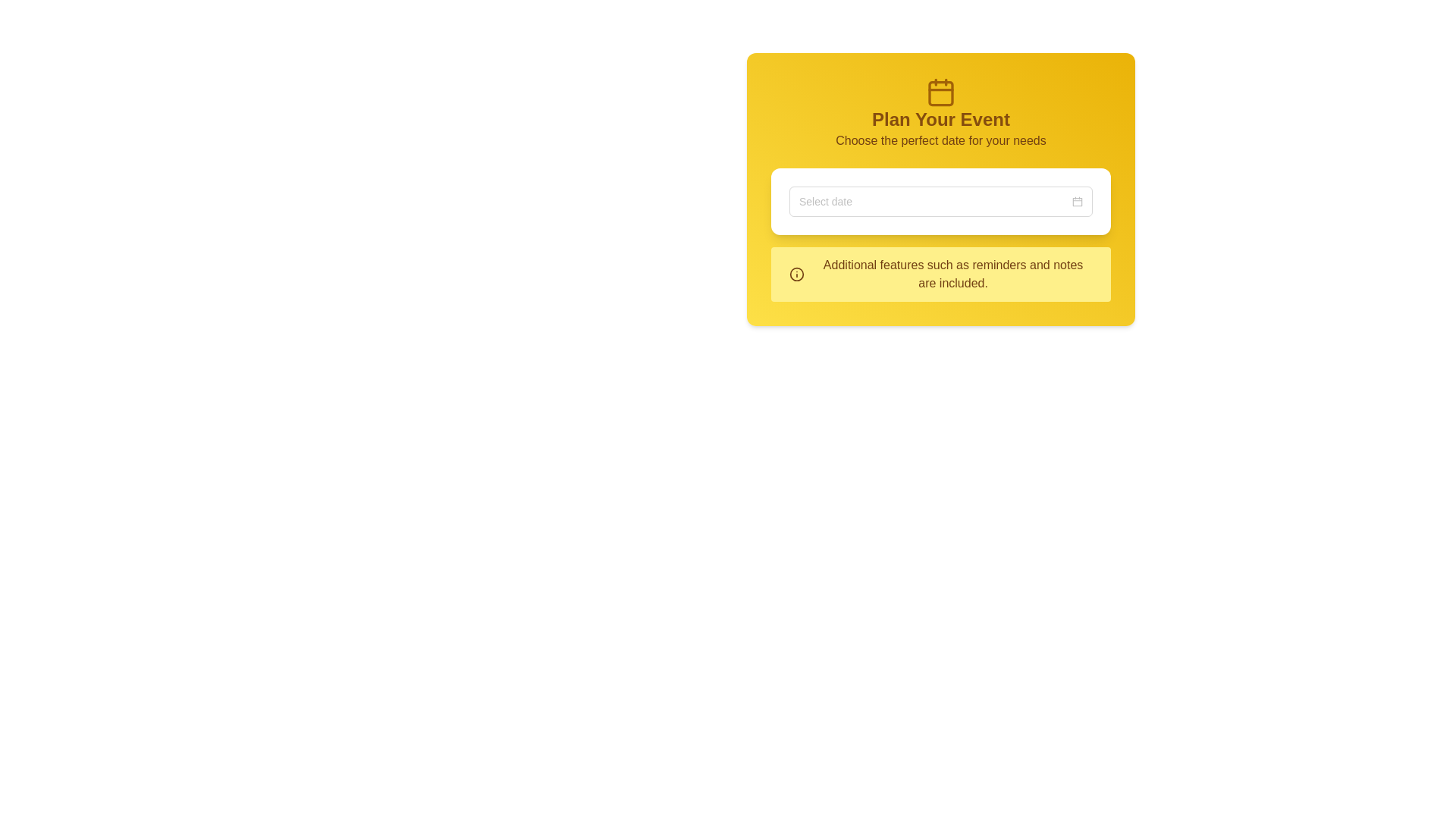 The image size is (1456, 819). I want to click on circular icon with a thin outer border and a central vertical line, located in the lower section of the yellow box, to the left of the descriptive text about additional features, so click(796, 275).